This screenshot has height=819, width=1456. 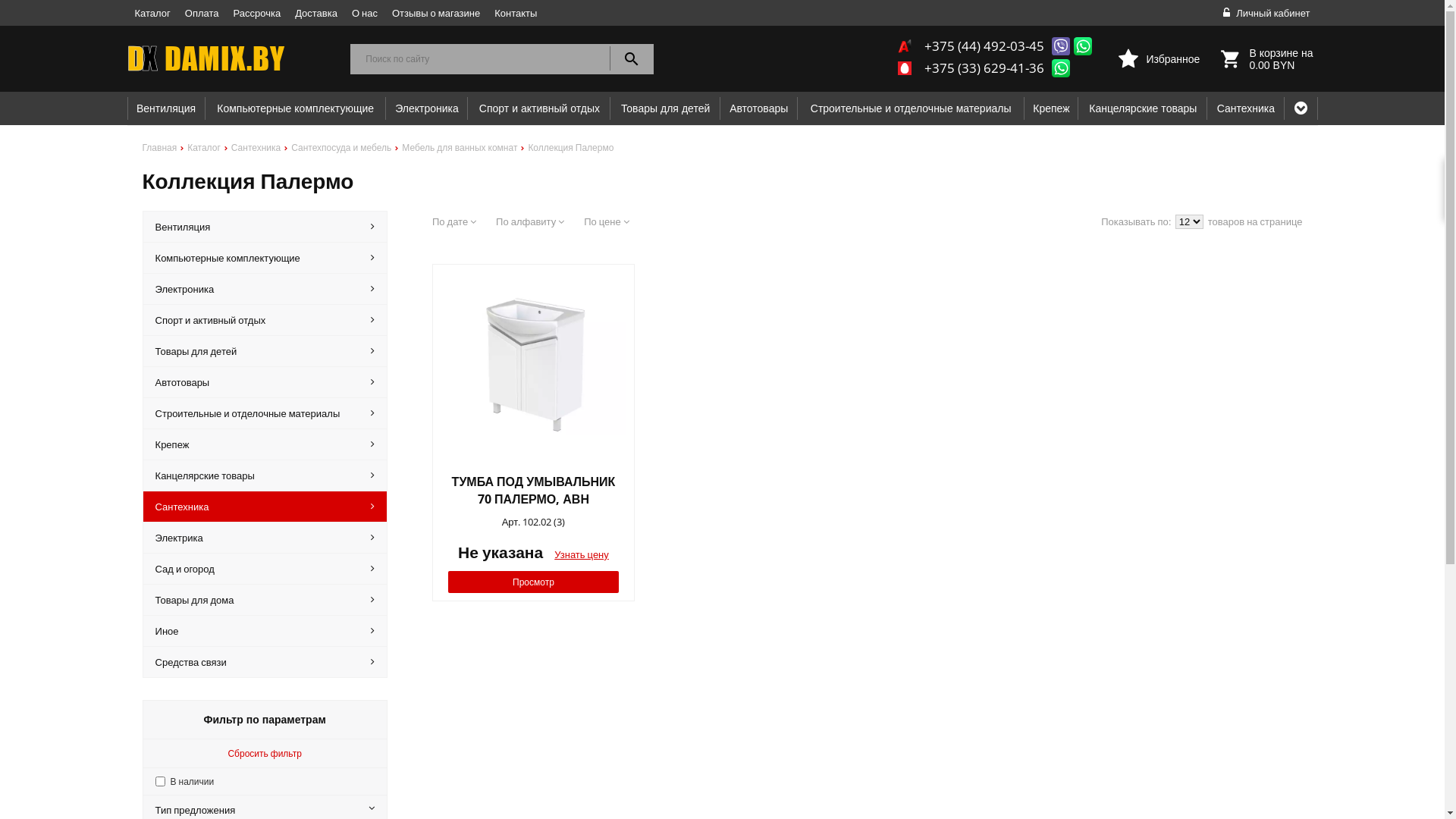 What do you see at coordinates (984, 67) in the screenshot?
I see `'+375 (33) 629-41-36'` at bounding box center [984, 67].